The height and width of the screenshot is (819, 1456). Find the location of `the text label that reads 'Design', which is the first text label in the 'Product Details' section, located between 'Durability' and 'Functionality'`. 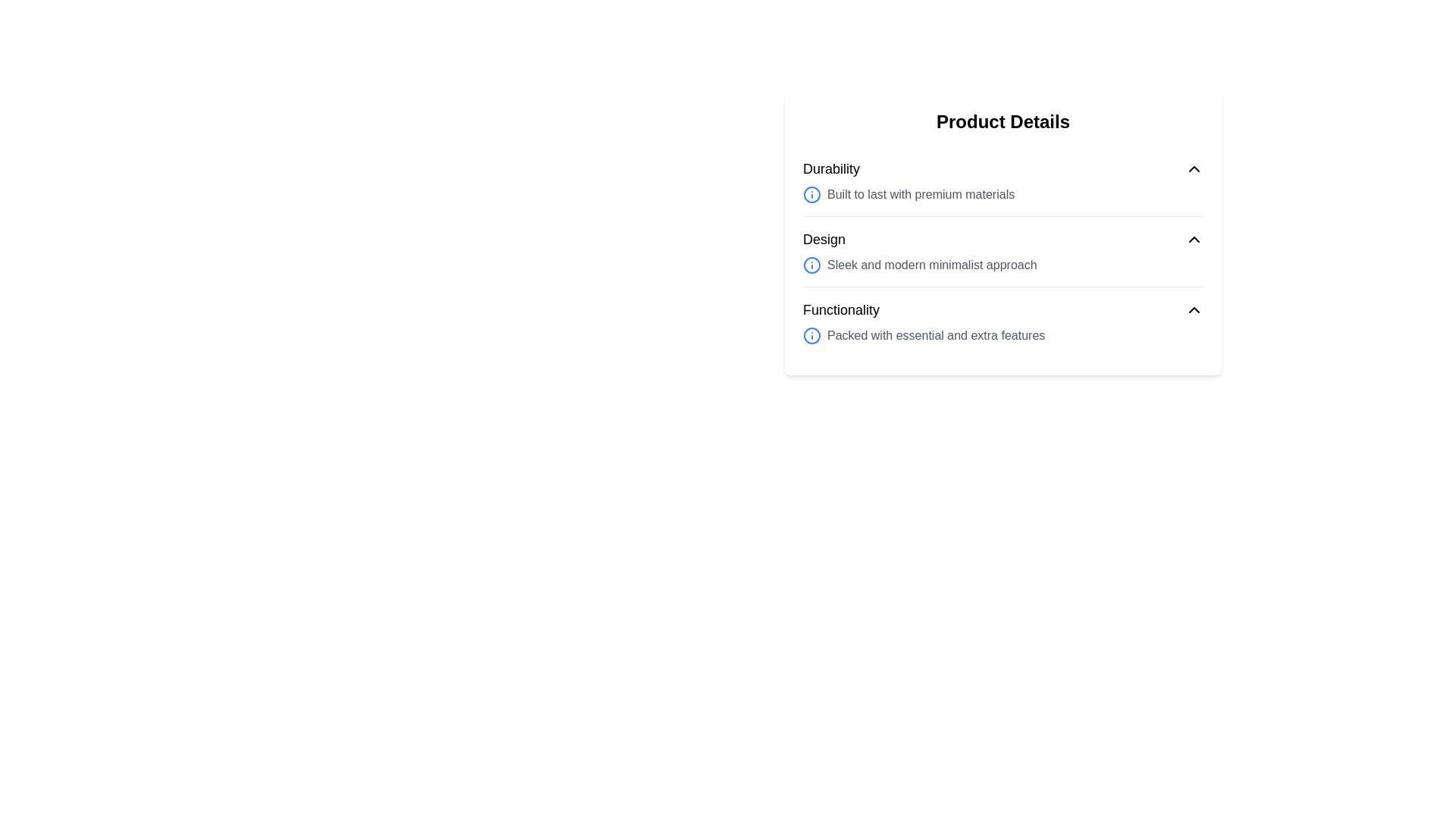

the text label that reads 'Design', which is the first text label in the 'Product Details' section, located between 'Durability' and 'Functionality' is located at coordinates (824, 239).